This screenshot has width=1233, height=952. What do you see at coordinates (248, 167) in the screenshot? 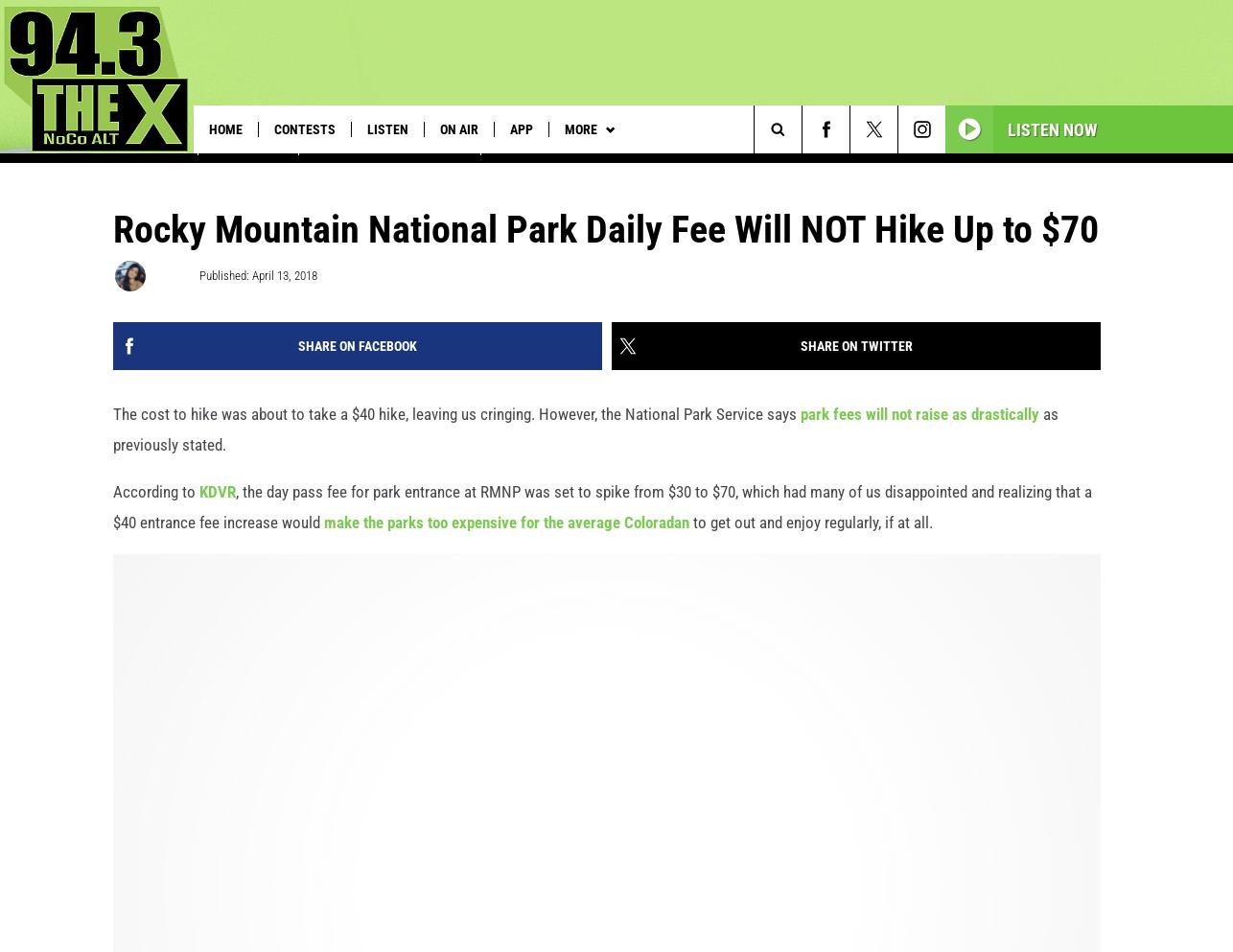
I see `'Food+Drink'` at bounding box center [248, 167].